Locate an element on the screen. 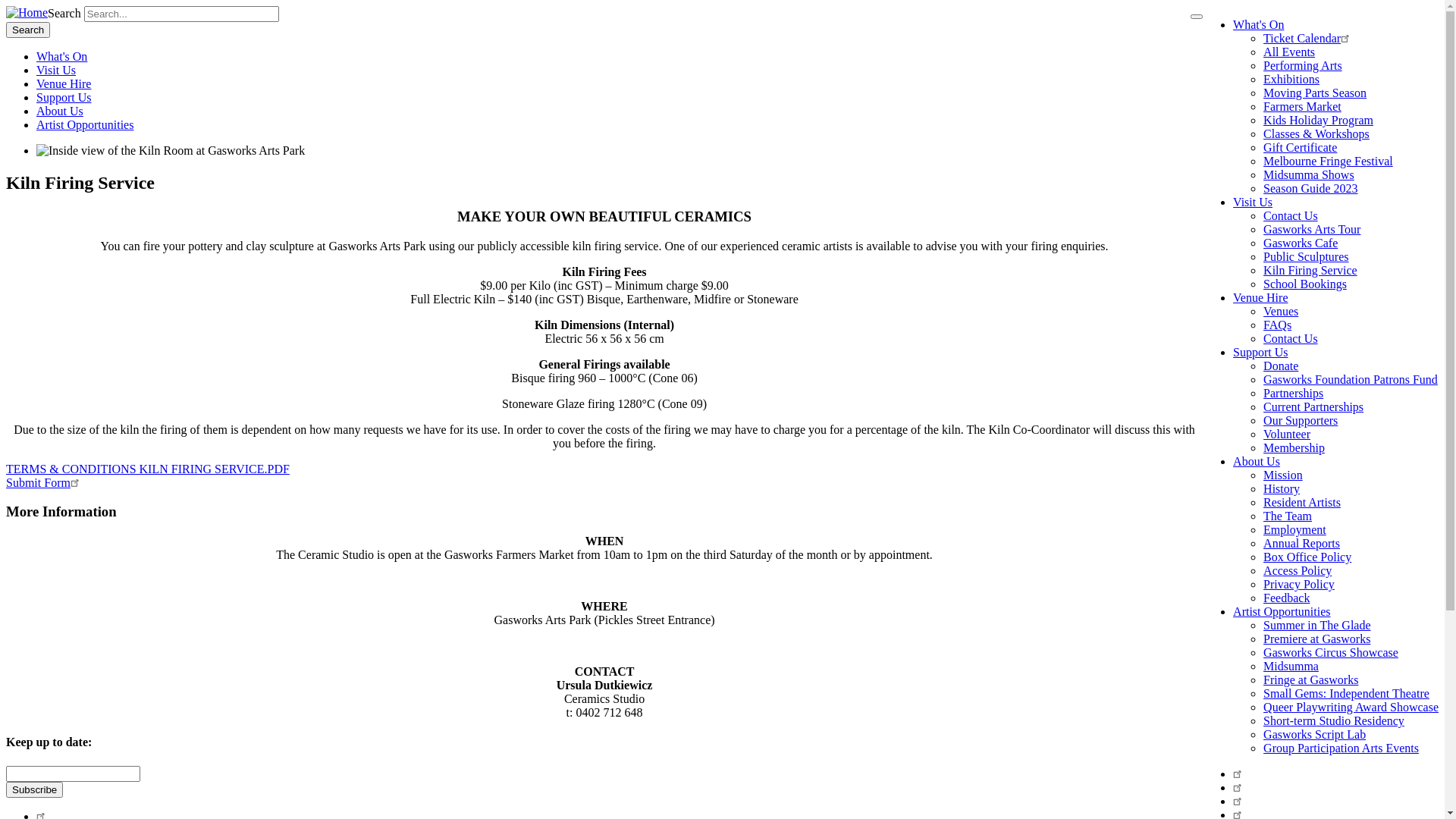  'Menu' is located at coordinates (1189, 17).